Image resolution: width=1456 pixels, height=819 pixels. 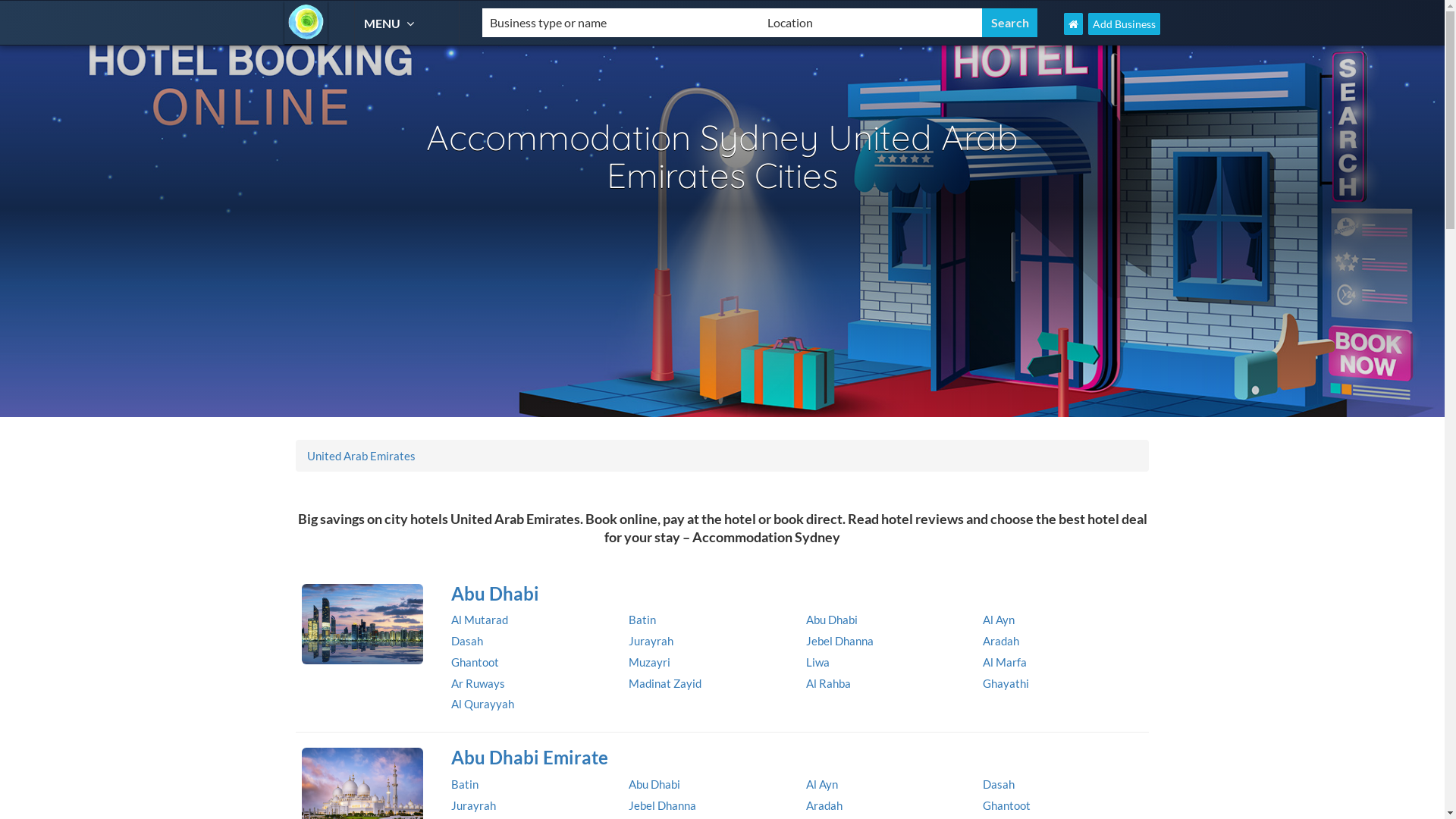 I want to click on 'Abu Dhabi Emirate', so click(x=793, y=758).